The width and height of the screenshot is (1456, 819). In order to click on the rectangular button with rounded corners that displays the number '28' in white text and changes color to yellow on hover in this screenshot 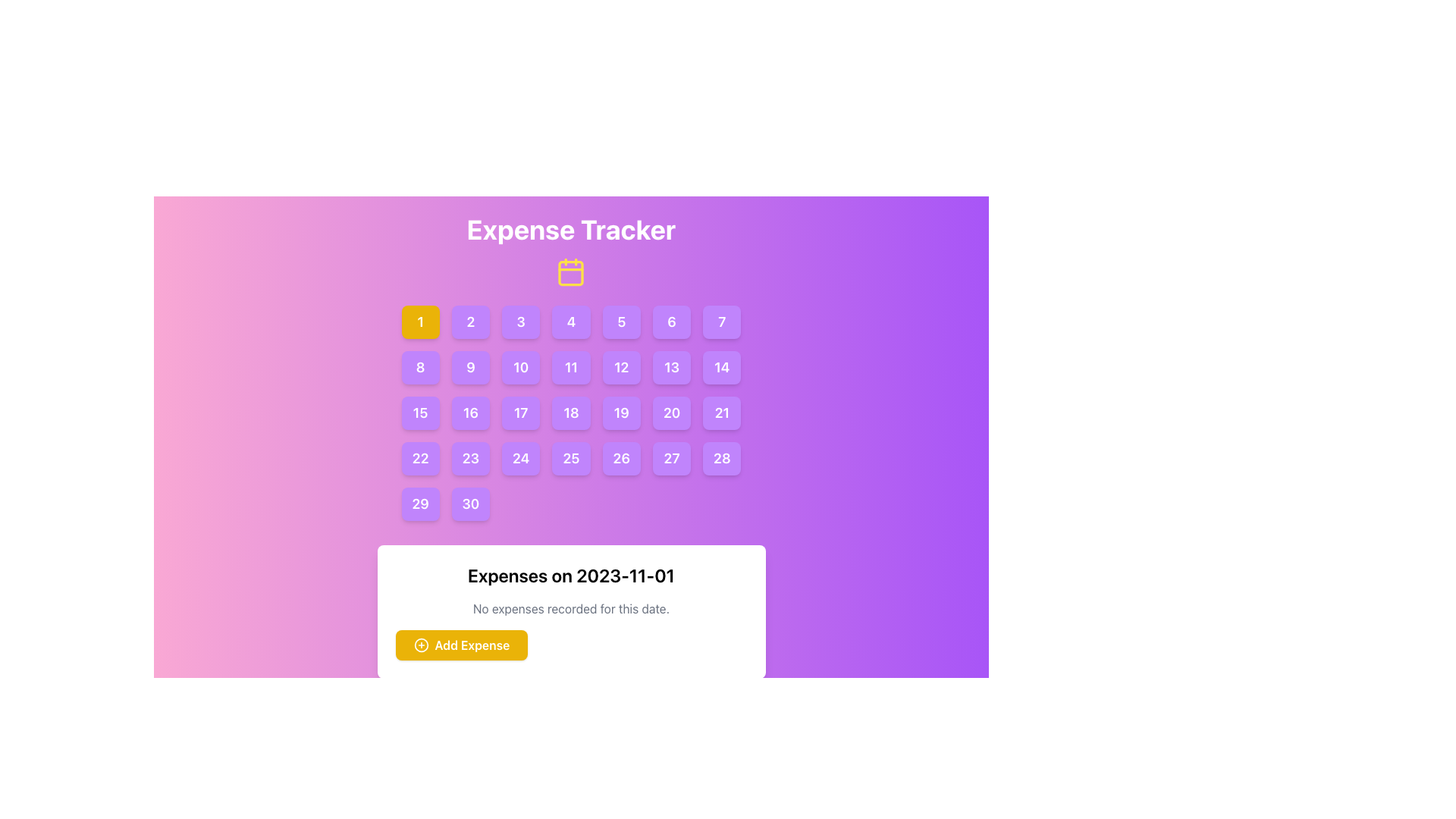, I will do `click(721, 458)`.